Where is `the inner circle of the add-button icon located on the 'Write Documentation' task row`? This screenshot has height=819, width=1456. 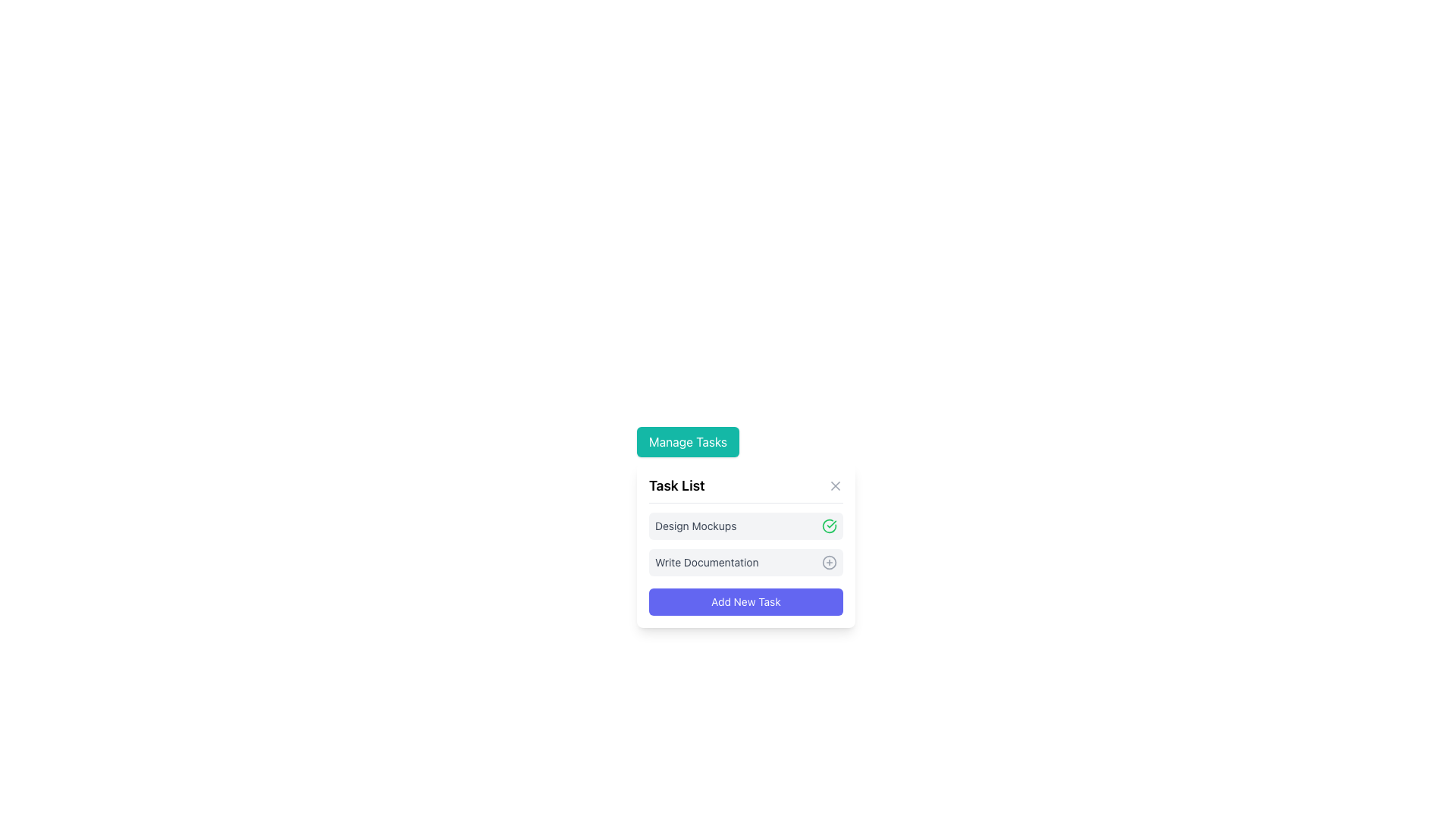 the inner circle of the add-button icon located on the 'Write Documentation' task row is located at coordinates (829, 562).